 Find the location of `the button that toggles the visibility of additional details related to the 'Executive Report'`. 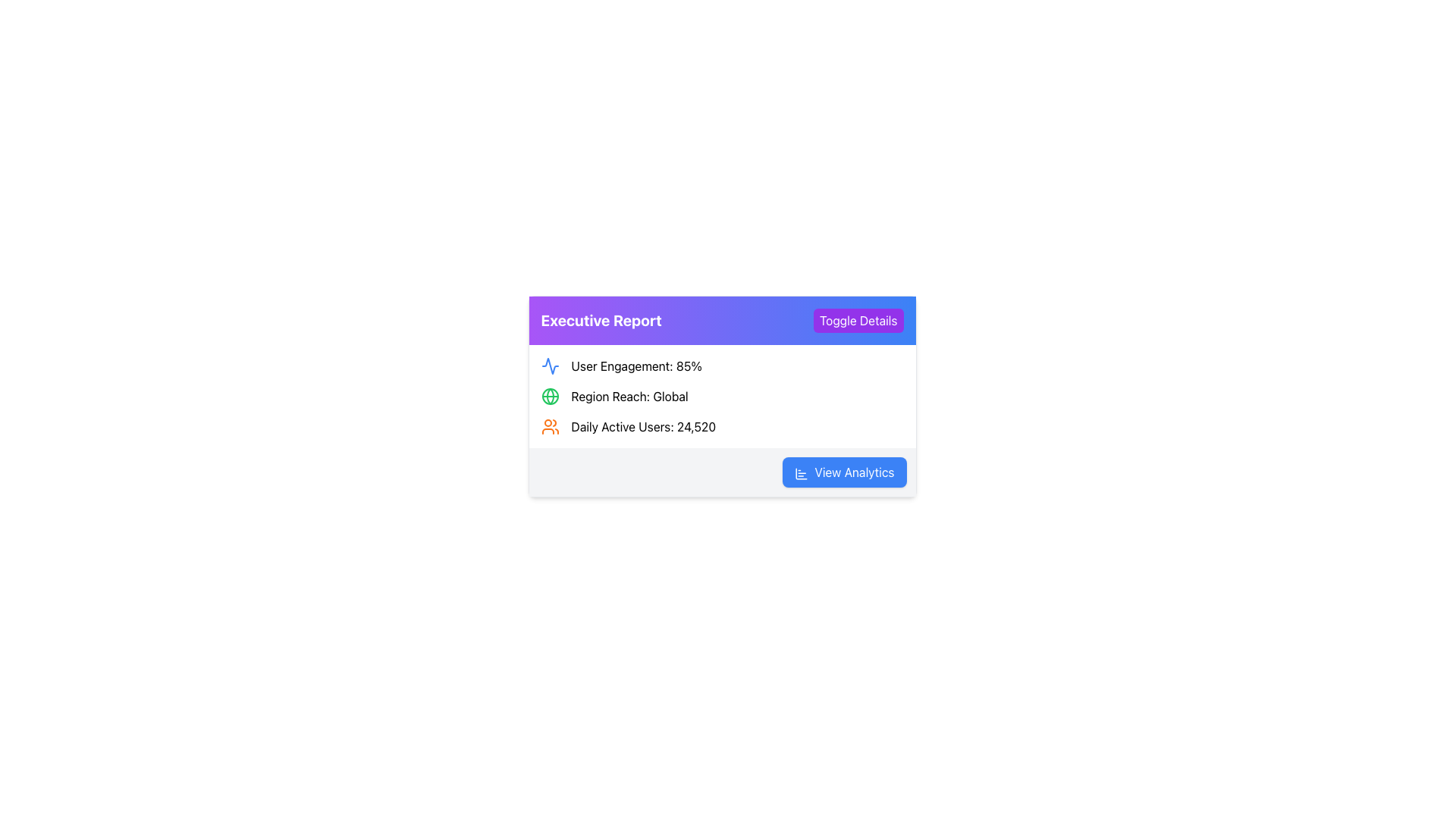

the button that toggles the visibility of additional details related to the 'Executive Report' is located at coordinates (858, 320).